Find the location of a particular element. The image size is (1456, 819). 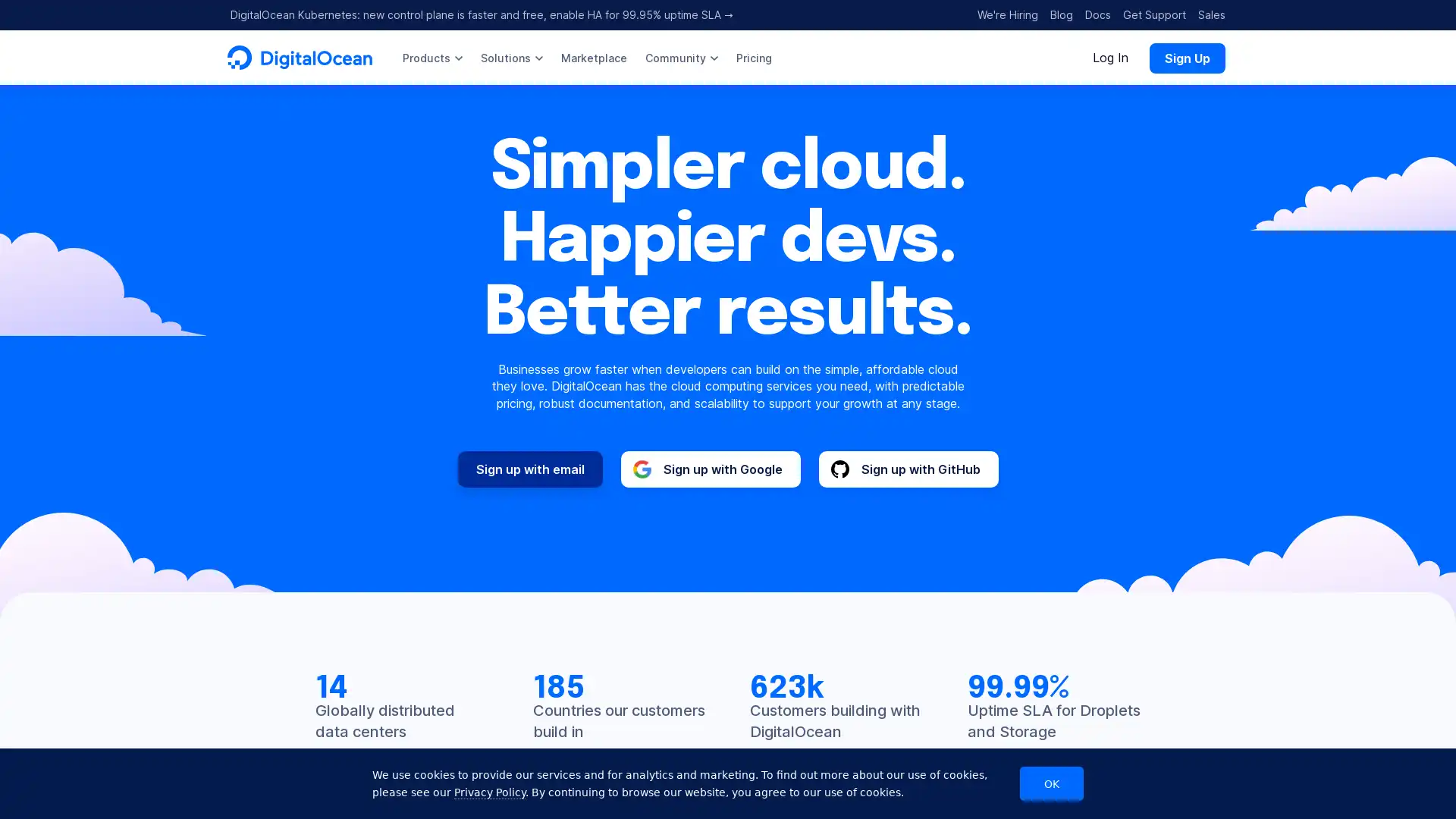

OK is located at coordinates (1051, 783).